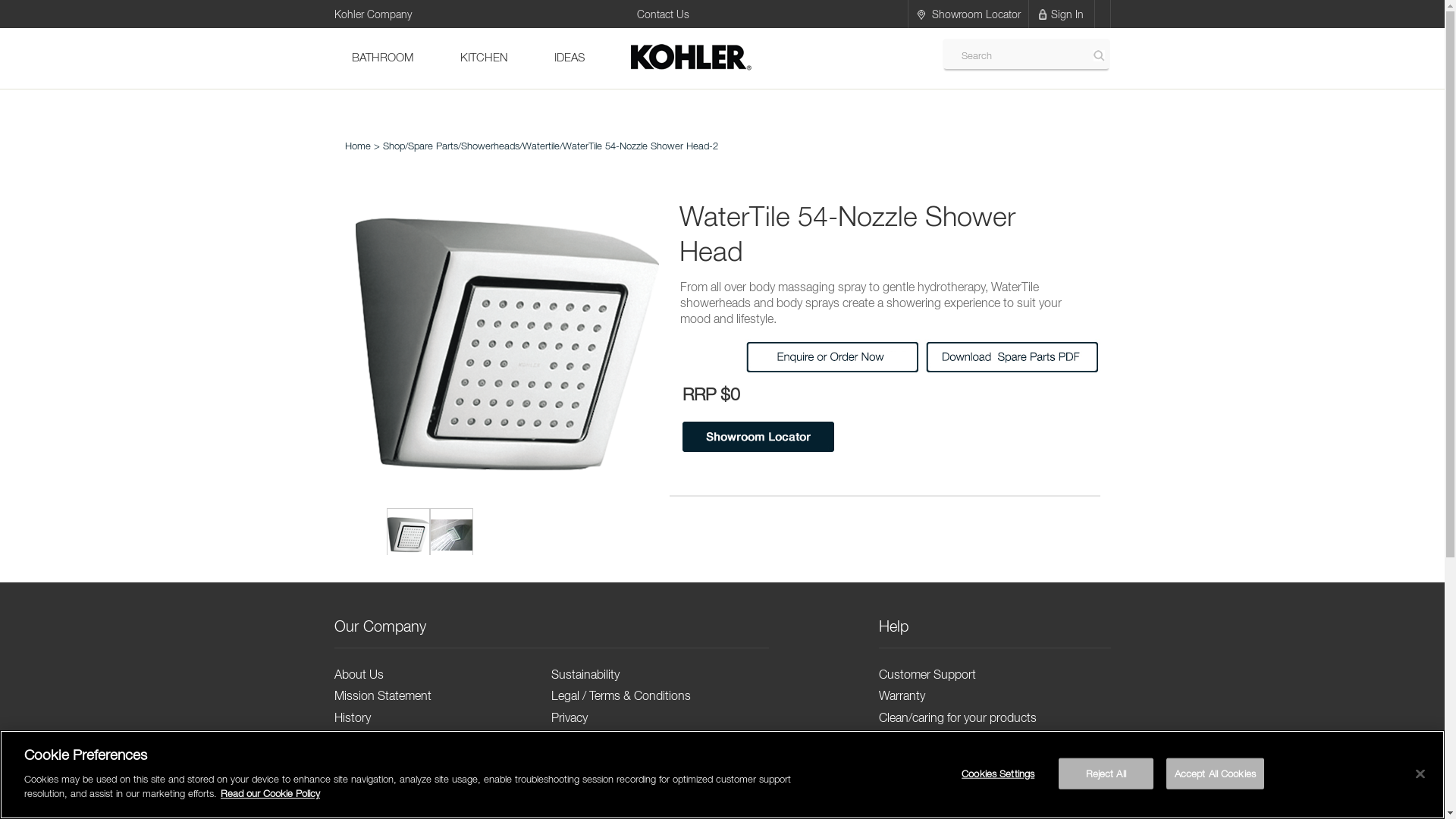 This screenshot has height=819, width=1456. What do you see at coordinates (408, 534) in the screenshot?
I see `' '` at bounding box center [408, 534].